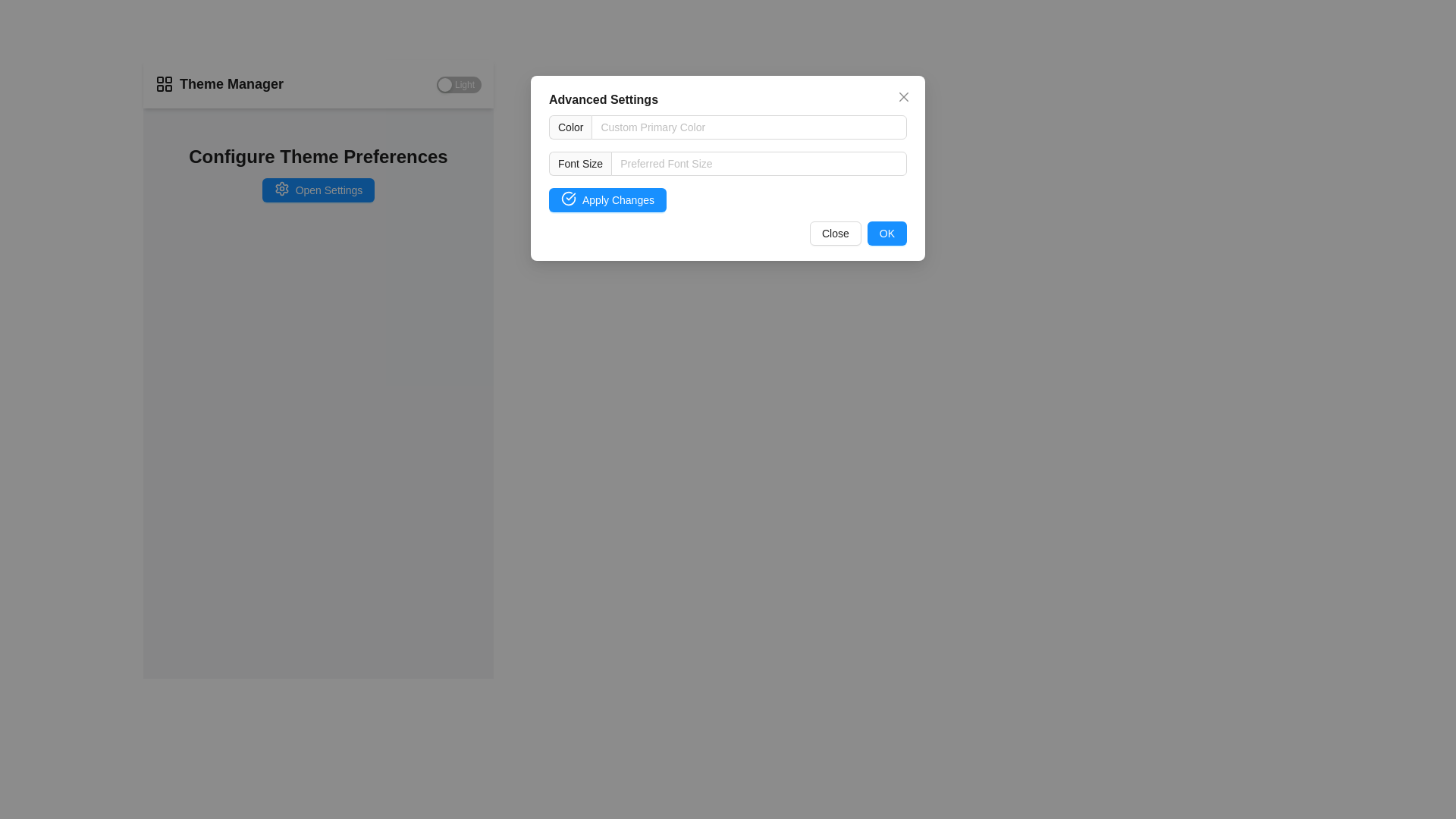 This screenshot has width=1456, height=819. What do you see at coordinates (317, 189) in the screenshot?
I see `the advanced settings button located centrally below the 'Configure Theme Preferences' text` at bounding box center [317, 189].